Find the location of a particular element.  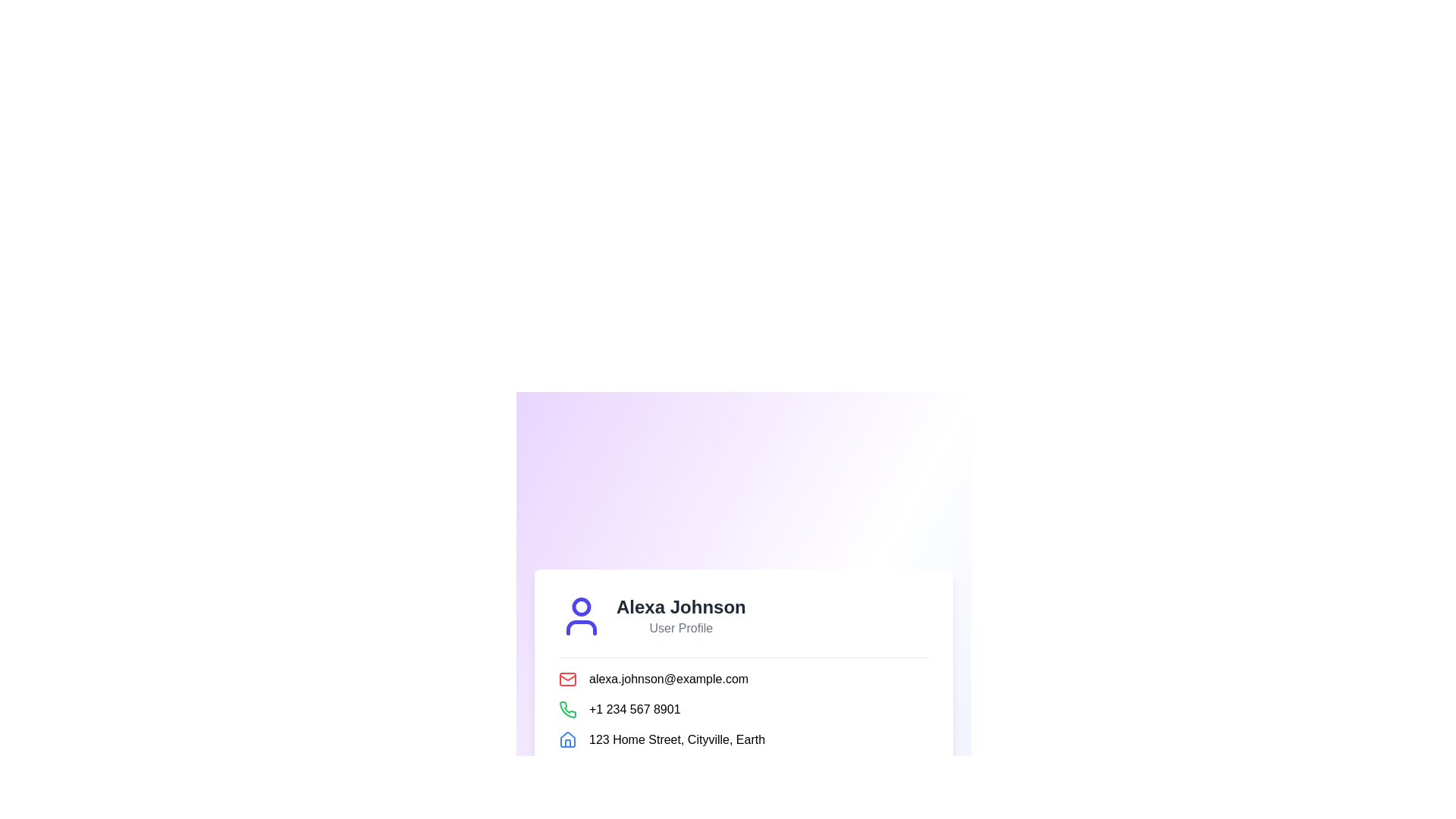

the red envelope icon representing the email address 'alexa.johnson@example.com', which is the first item in the row of elements is located at coordinates (566, 677).